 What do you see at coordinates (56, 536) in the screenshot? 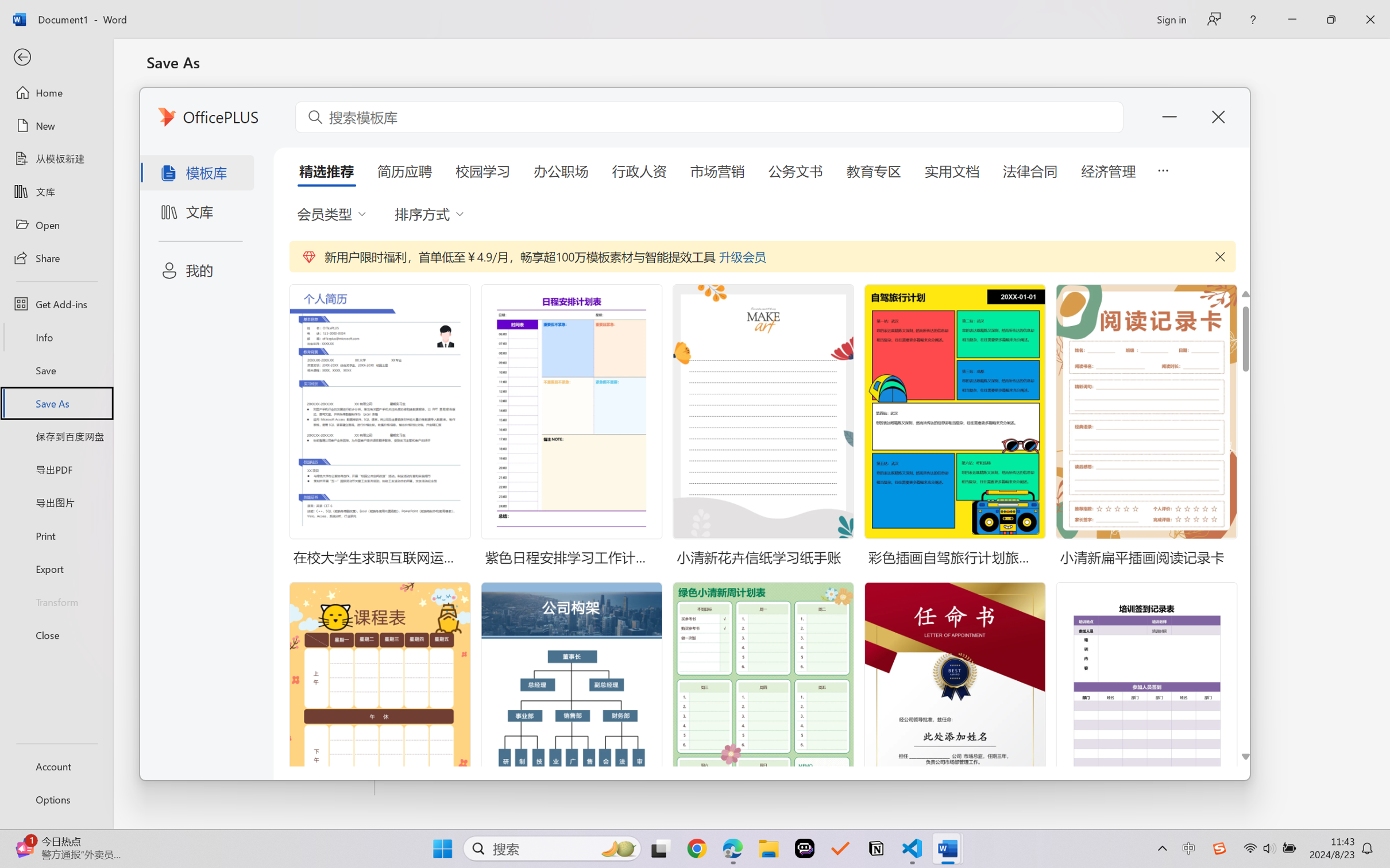
I see `'Print'` at bounding box center [56, 536].